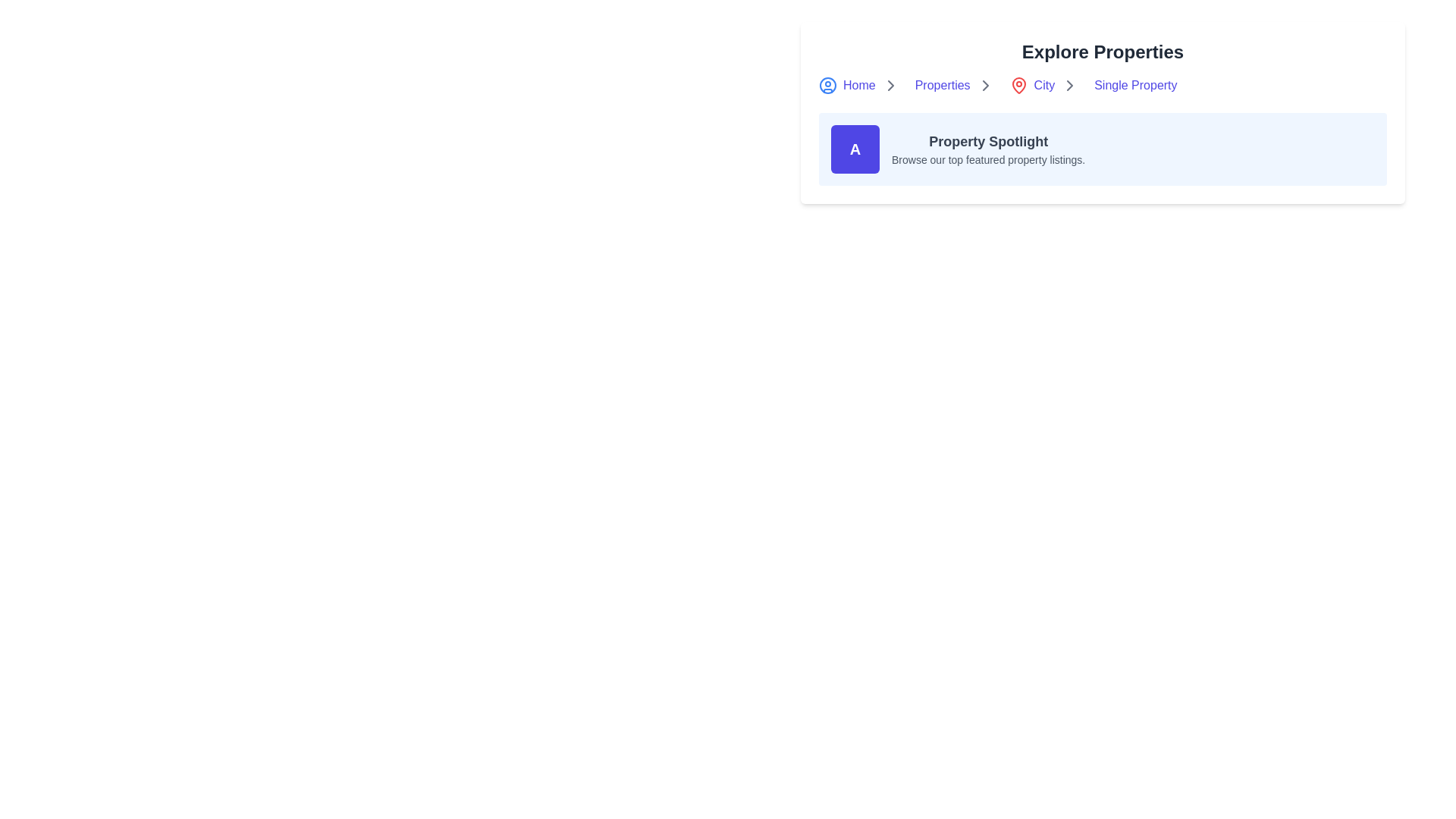 Image resolution: width=1456 pixels, height=819 pixels. I want to click on the first breadcrumb link in the top-left section of the breadcrumb navigation bar, so click(862, 85).